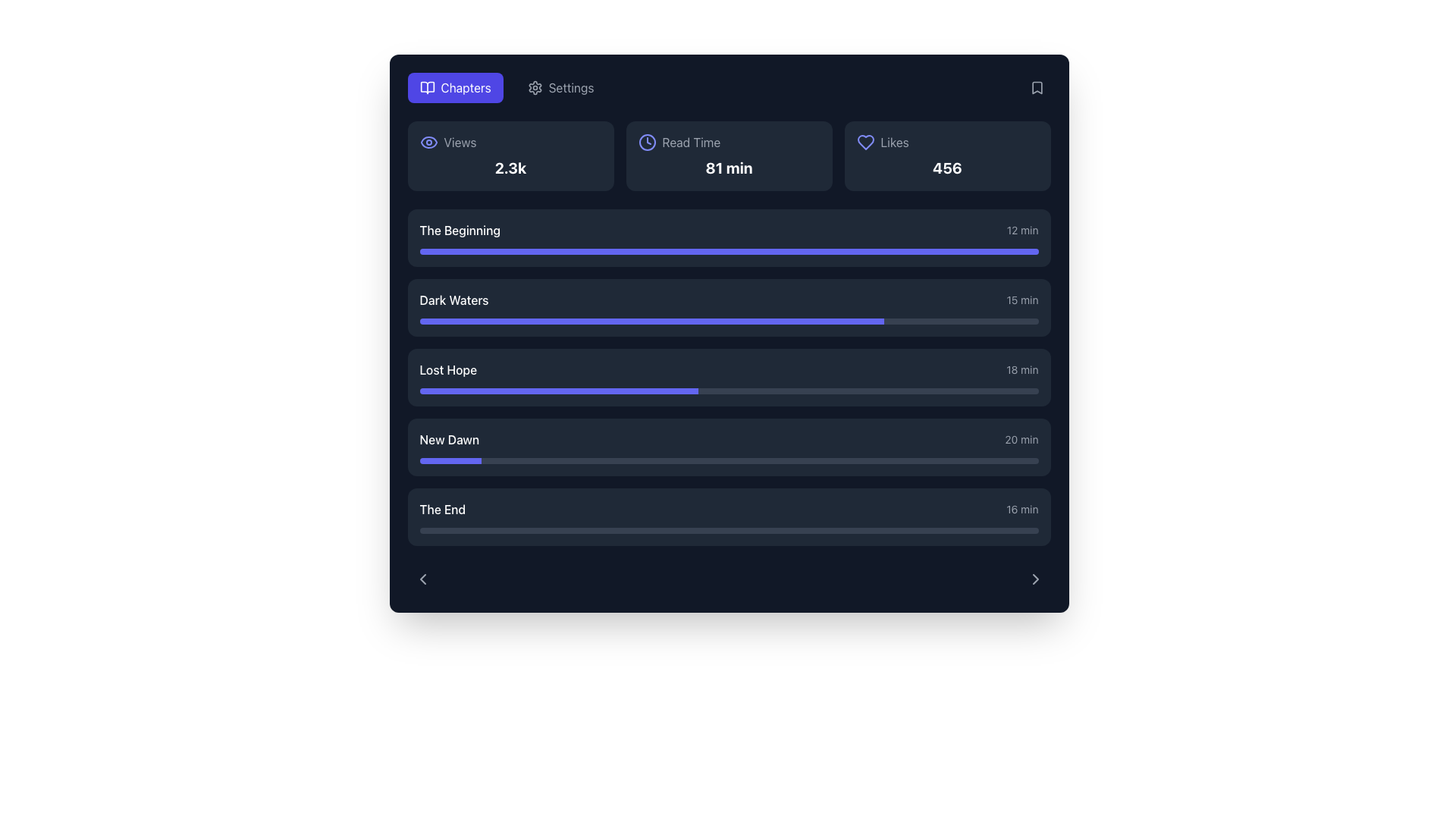 This screenshot has height=819, width=1456. Describe the element at coordinates (865, 143) in the screenshot. I see `the vibrant indigo heart-shaped icon located in the 'Likes' section, positioned to the left of the text 'Likes' and above the numeric value associated with likes` at that location.